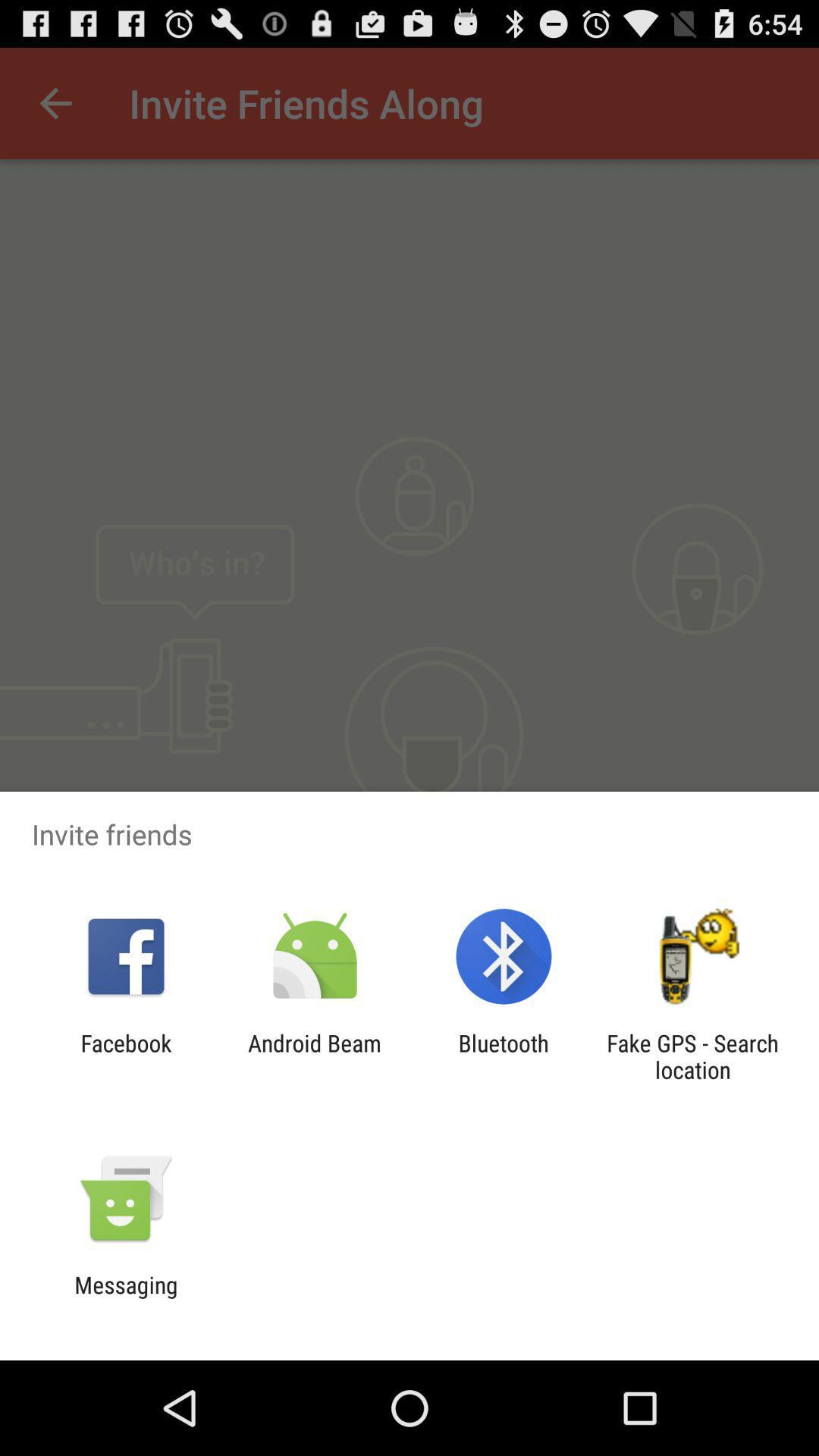  Describe the element at coordinates (314, 1056) in the screenshot. I see `the item next to the bluetooth icon` at that location.